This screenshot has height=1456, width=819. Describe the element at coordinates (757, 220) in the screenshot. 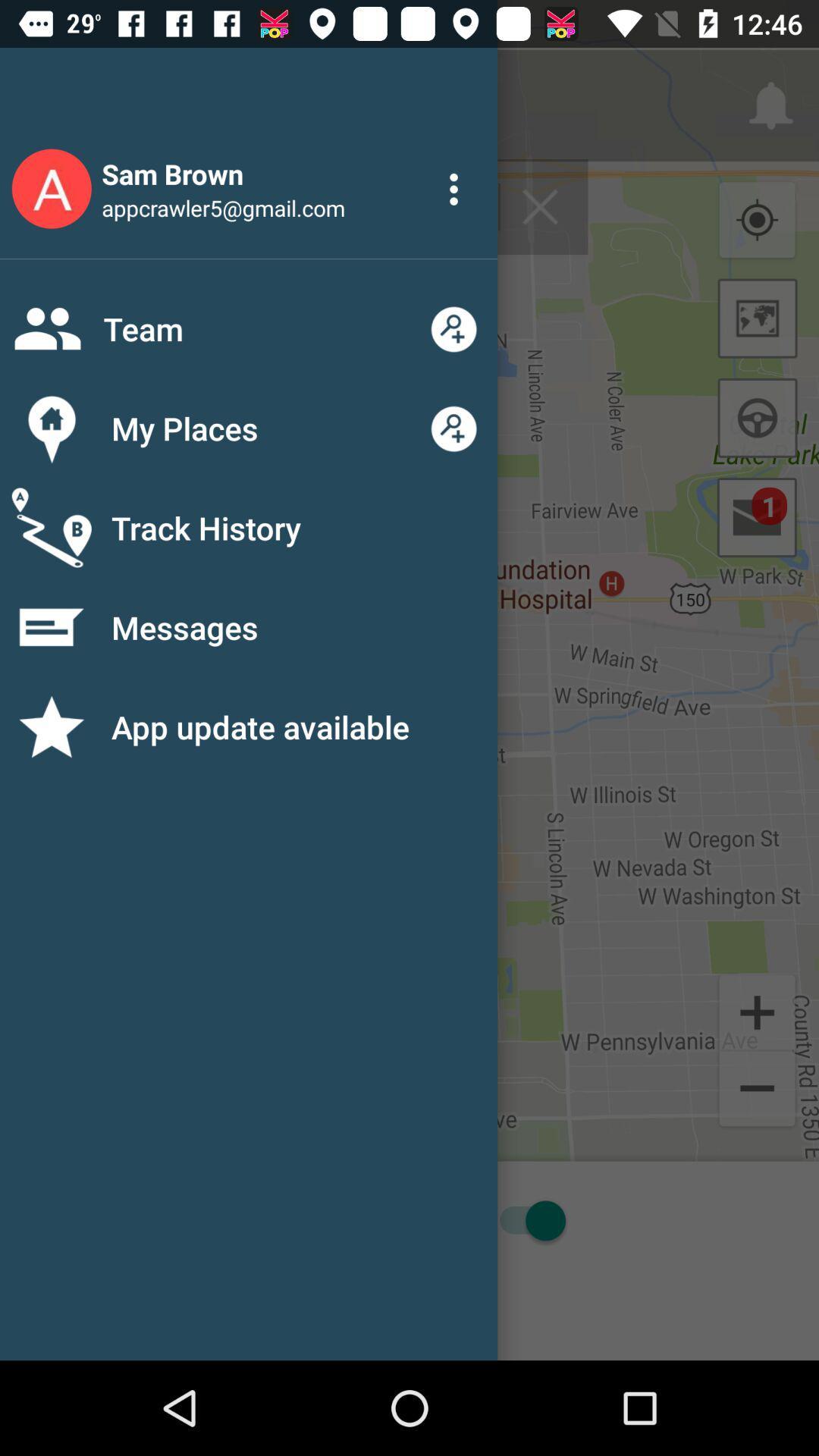

I see `the location_crosshair icon` at that location.